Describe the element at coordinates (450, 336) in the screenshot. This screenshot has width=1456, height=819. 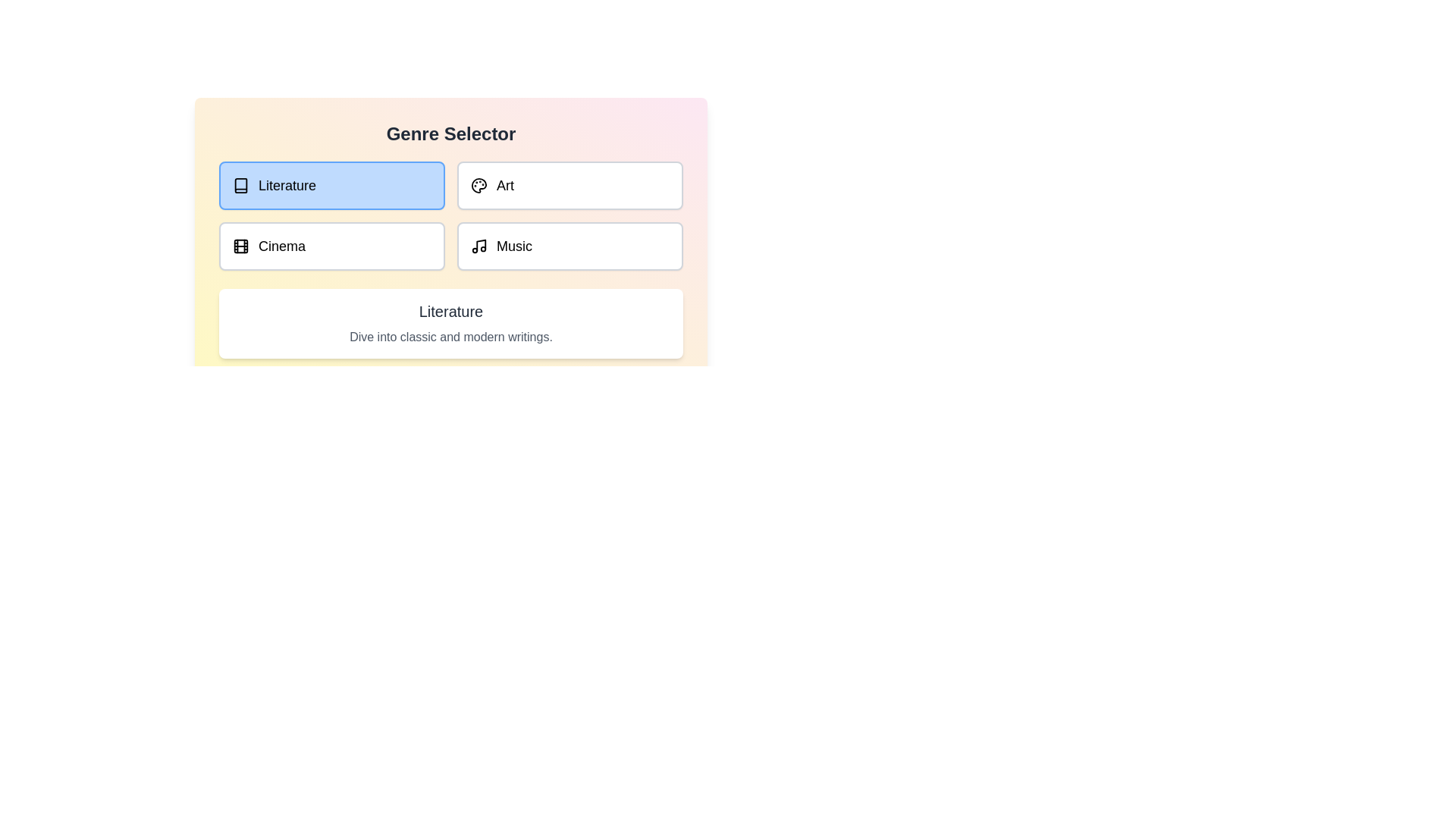
I see `the subtitle text providing supplementary description for the 'Literature' category, located below the bold 'Literature' heading in the card component` at that location.